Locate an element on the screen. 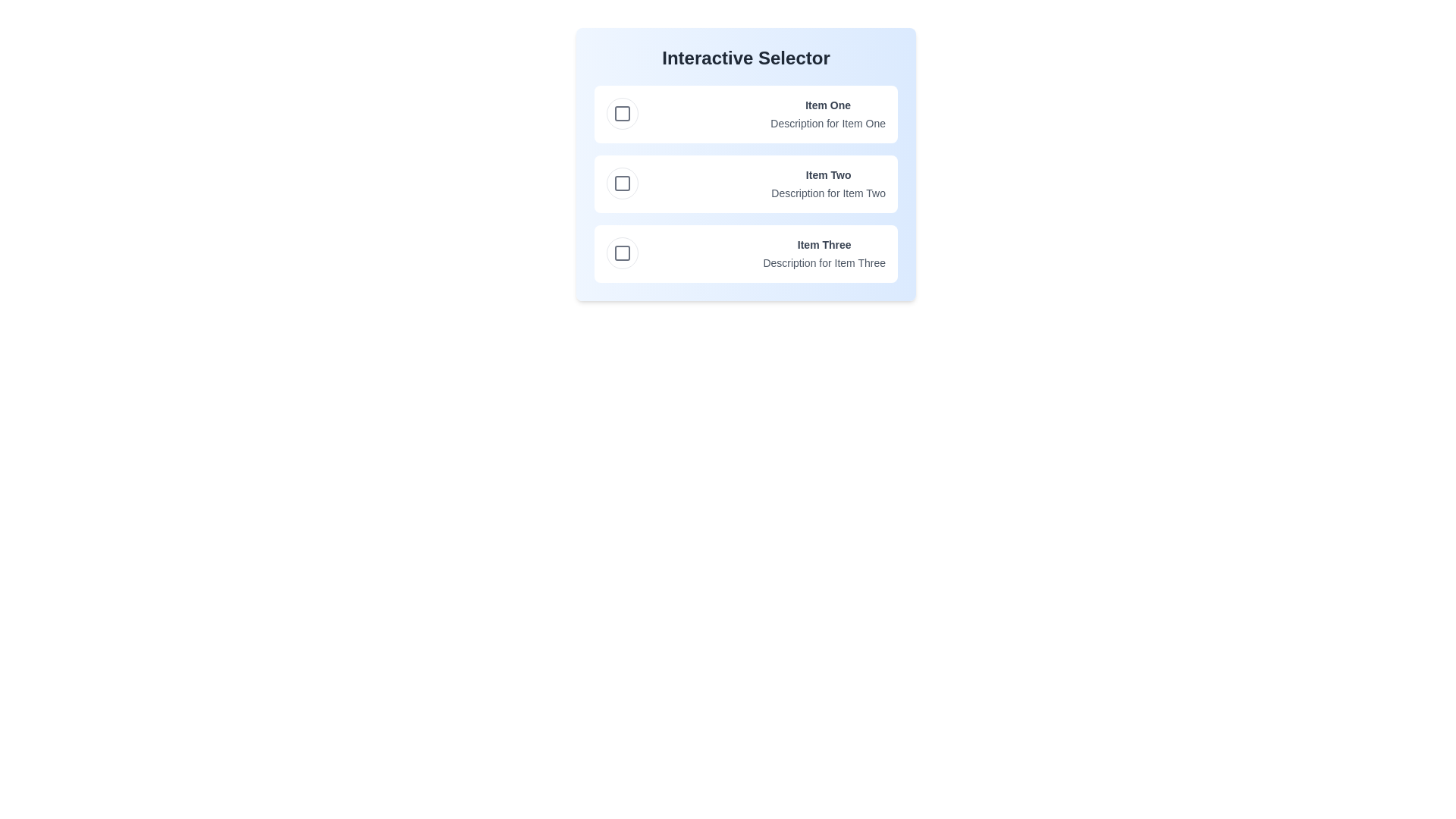  the first square checkbox-style icon in the interactive selector panel next to 'Item One' is located at coordinates (622, 113).